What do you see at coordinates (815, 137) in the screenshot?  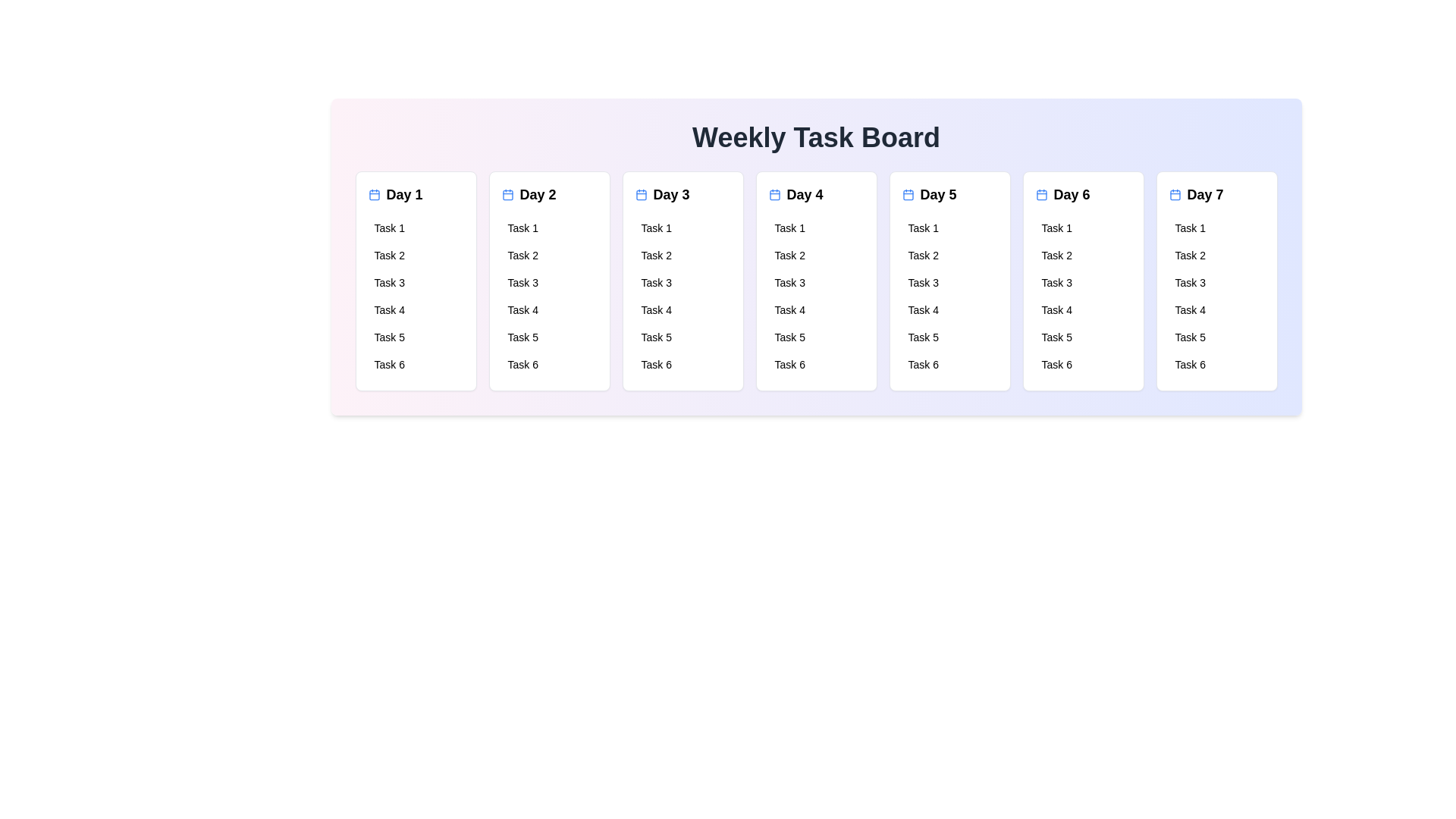 I see `the 'Weekly Task Board' header` at bounding box center [815, 137].